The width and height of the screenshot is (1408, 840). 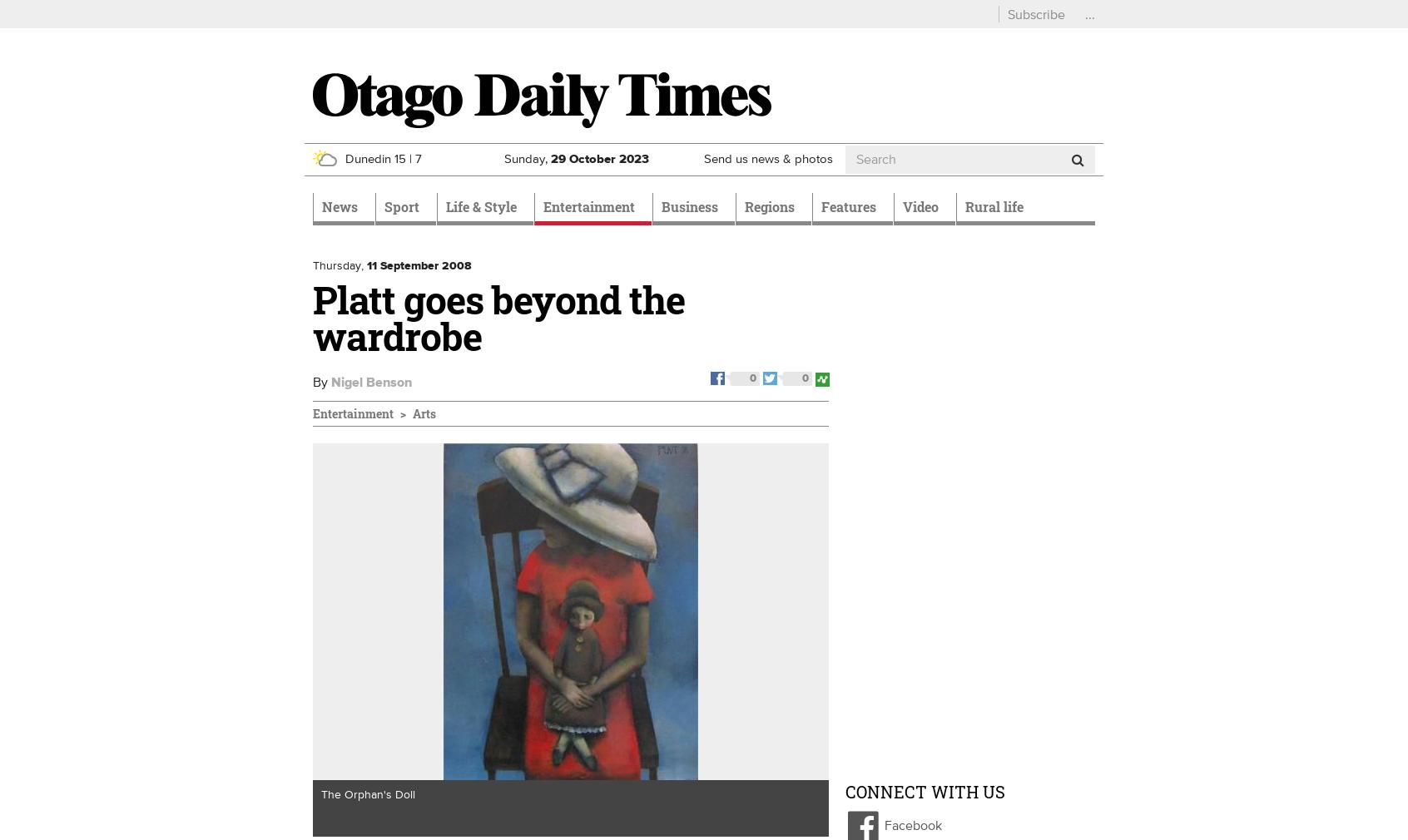 What do you see at coordinates (338, 264) in the screenshot?
I see `'Thursday,'` at bounding box center [338, 264].